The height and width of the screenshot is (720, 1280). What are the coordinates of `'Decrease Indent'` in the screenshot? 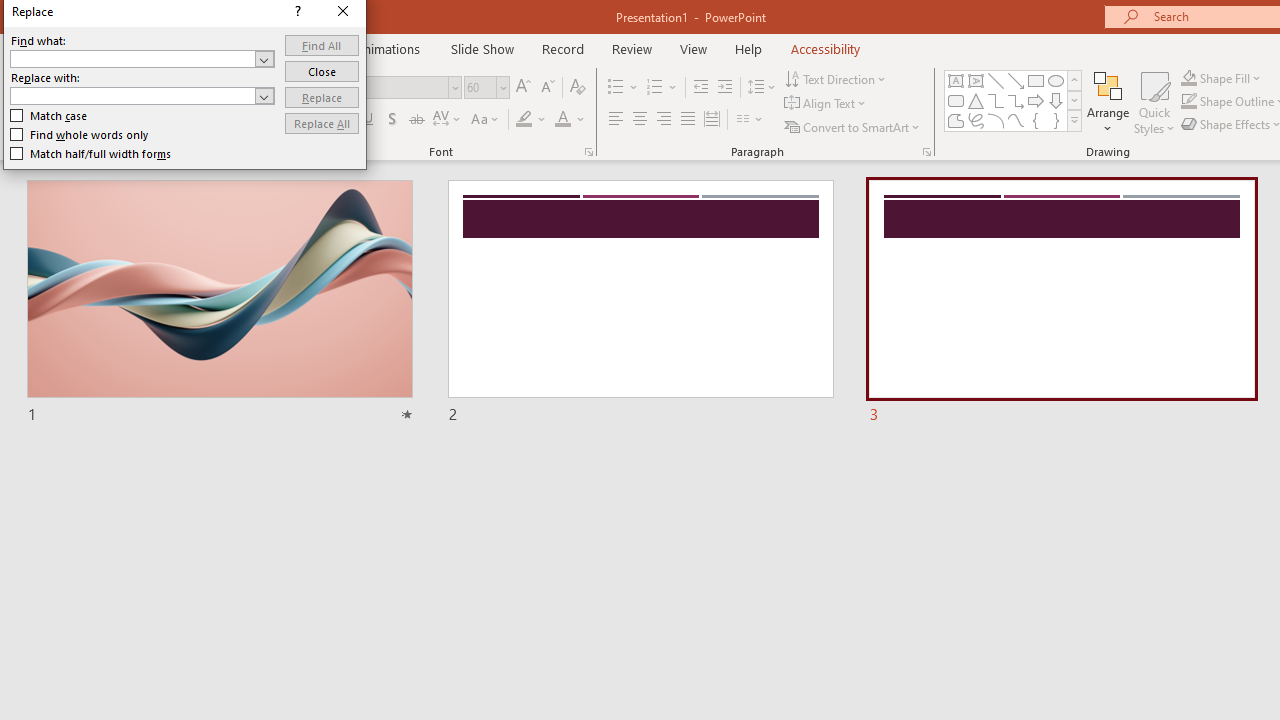 It's located at (700, 86).